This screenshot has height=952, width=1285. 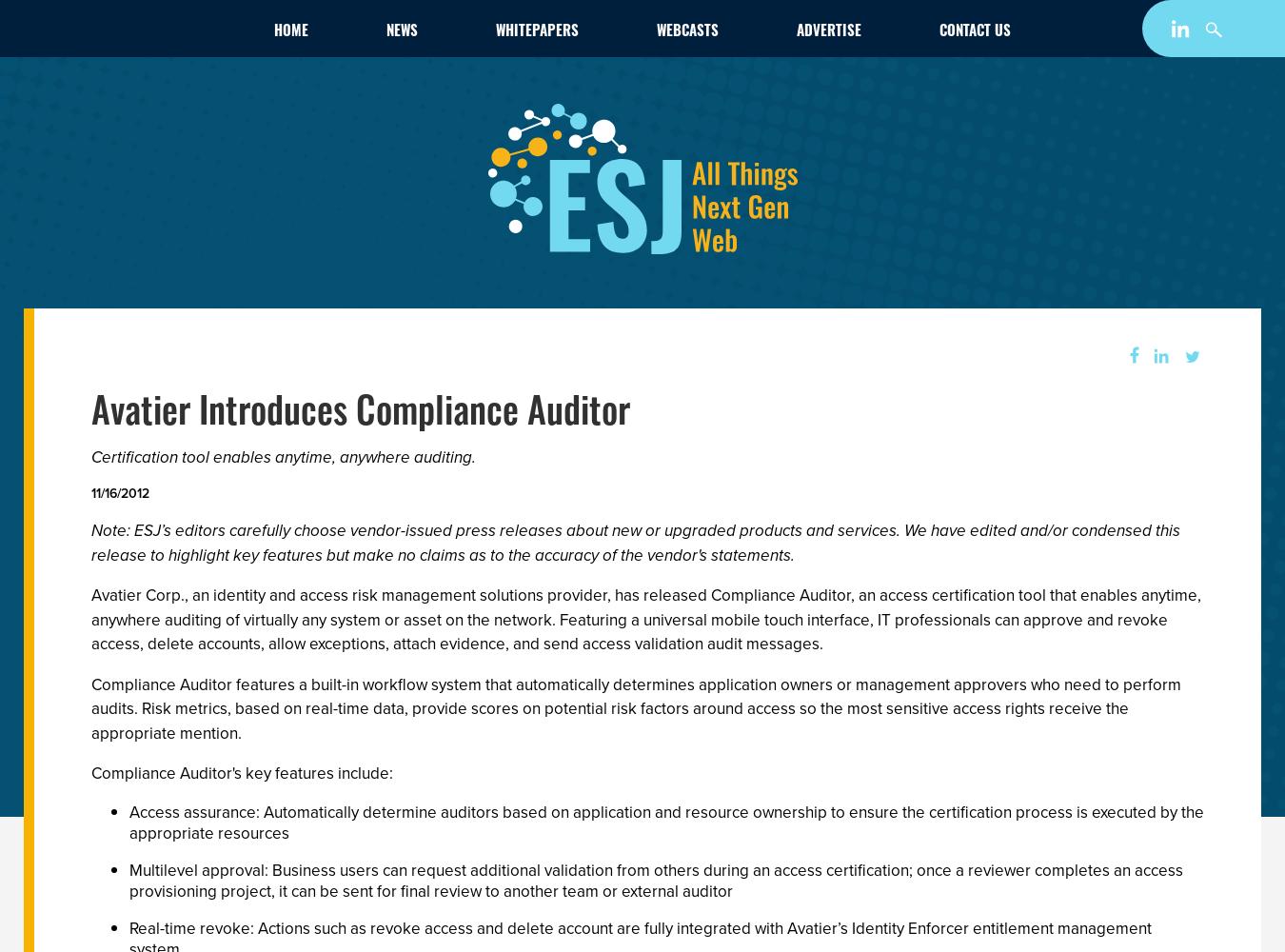 What do you see at coordinates (686, 30) in the screenshot?
I see `'Webcasts'` at bounding box center [686, 30].